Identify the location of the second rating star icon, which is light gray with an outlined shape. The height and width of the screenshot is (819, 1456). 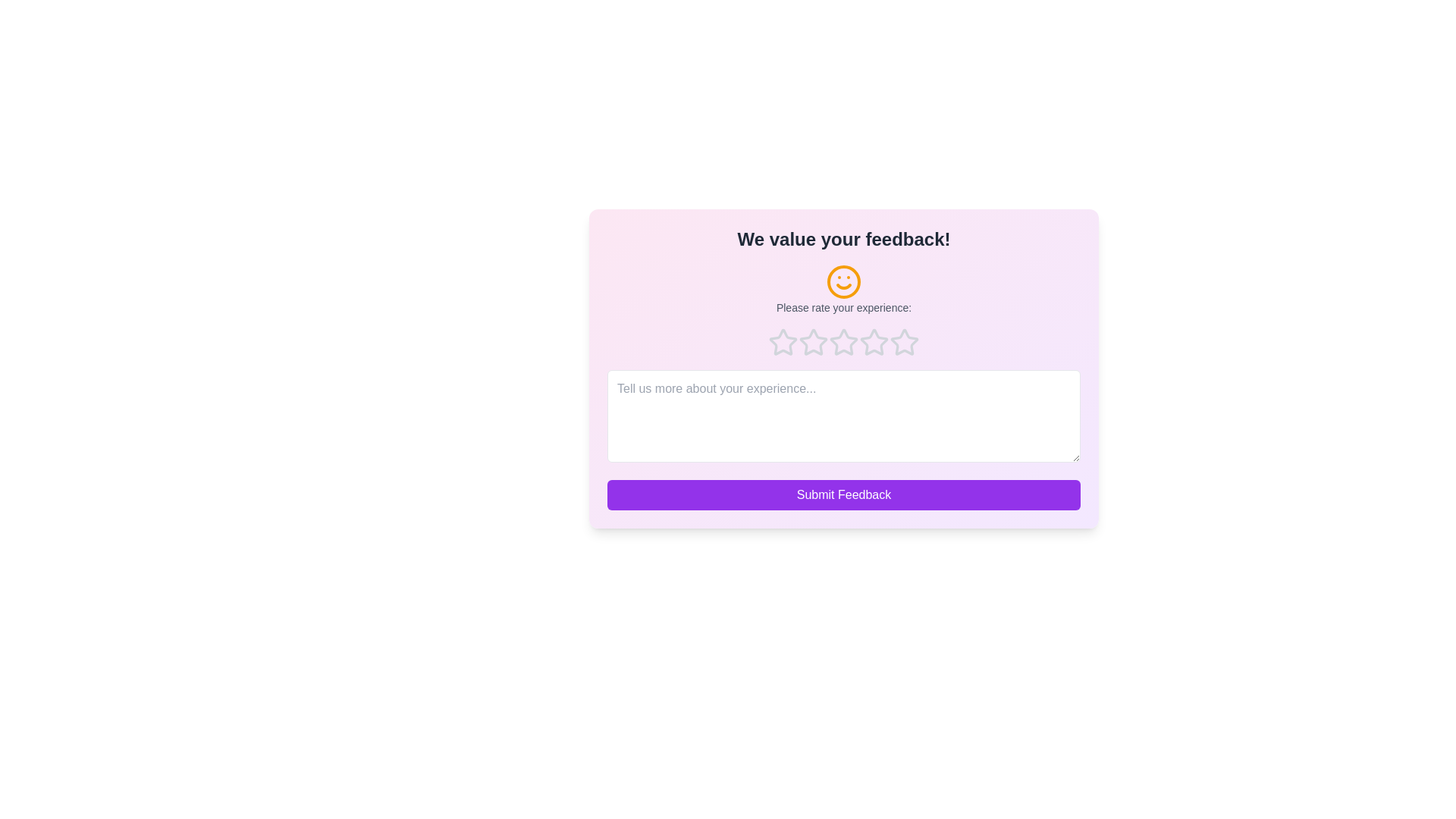
(813, 342).